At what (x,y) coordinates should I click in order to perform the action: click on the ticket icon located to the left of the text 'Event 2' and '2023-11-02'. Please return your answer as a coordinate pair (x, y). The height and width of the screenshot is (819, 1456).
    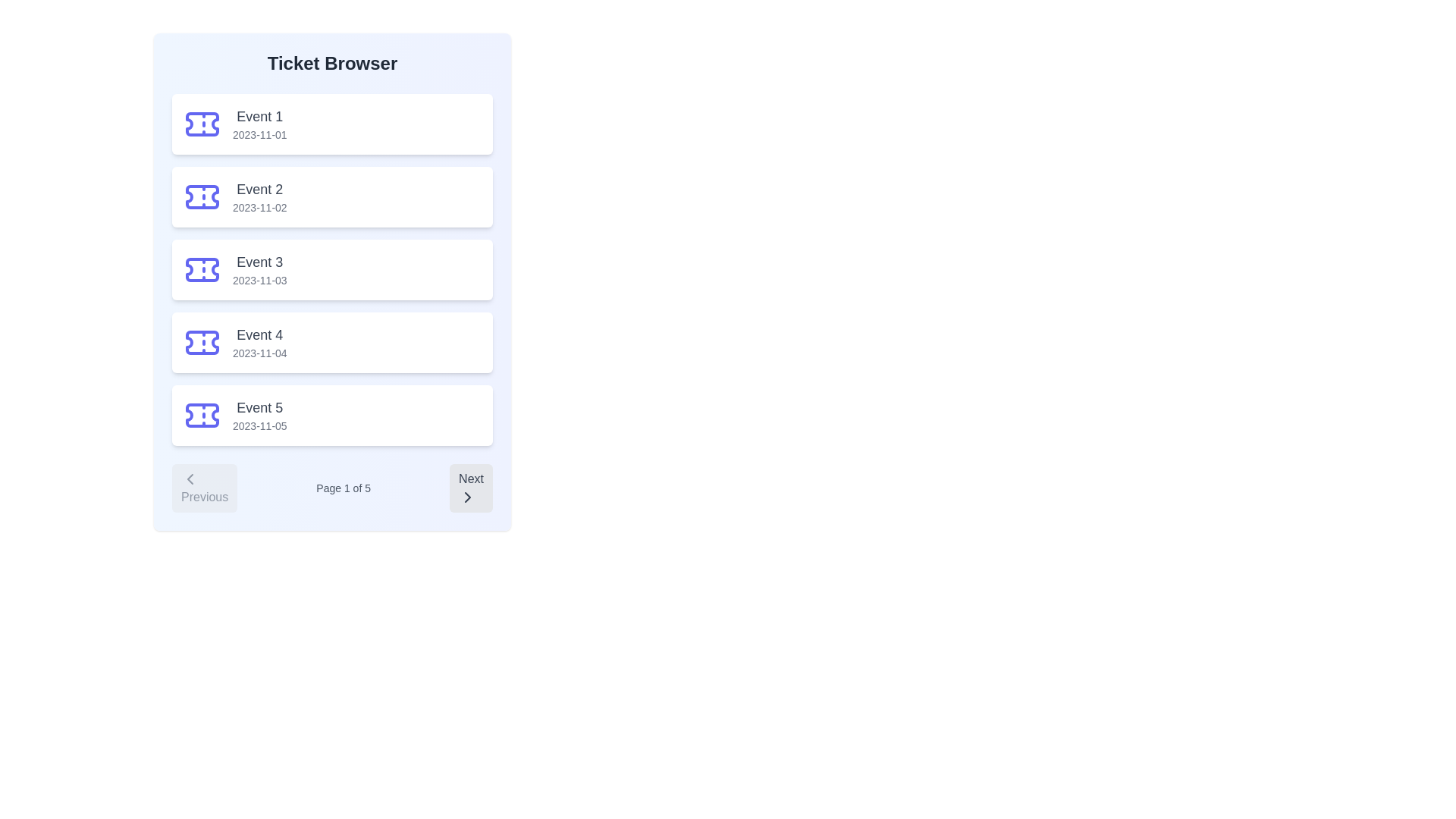
    Looking at the image, I should click on (202, 196).